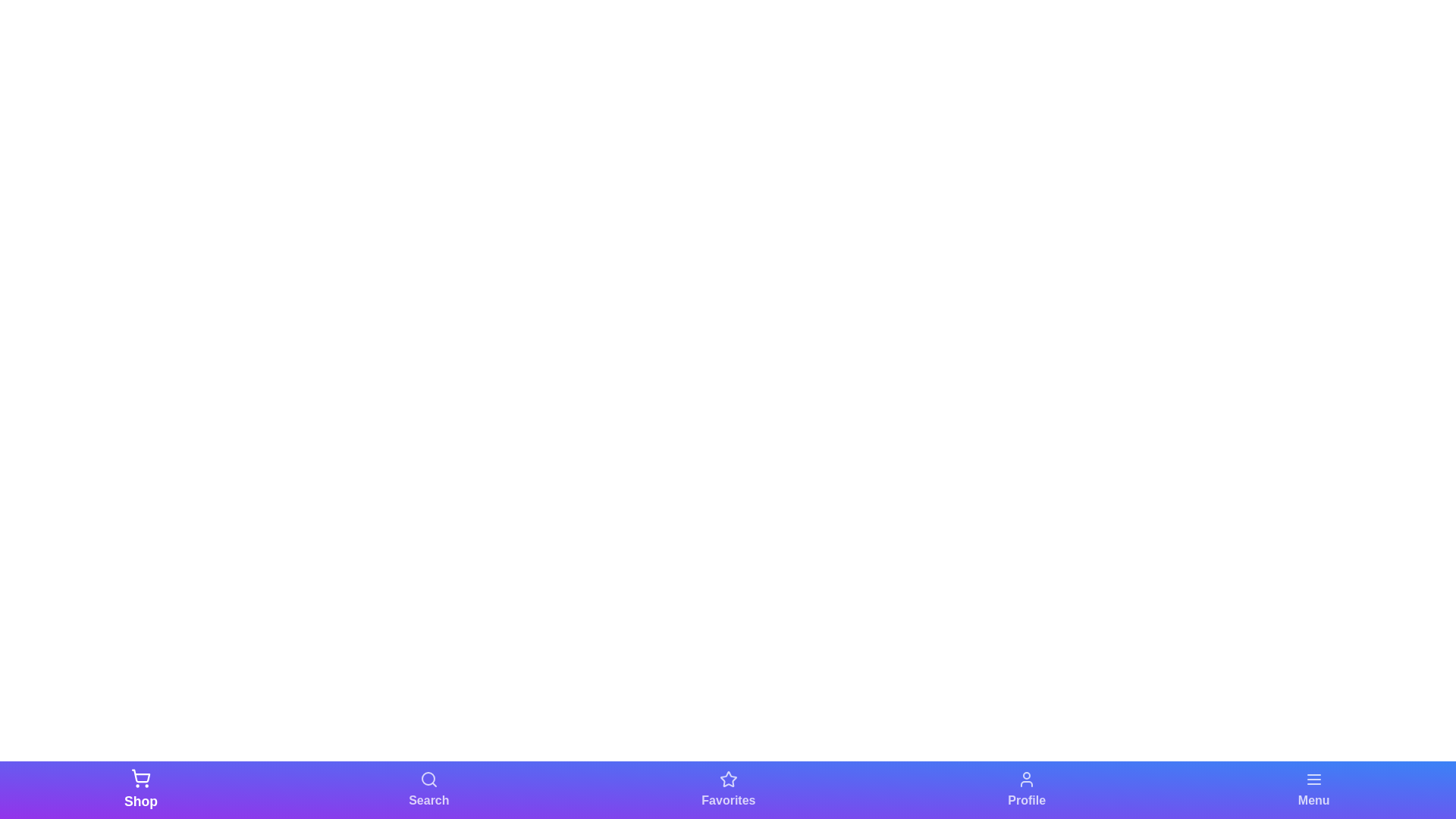 Image resolution: width=1456 pixels, height=819 pixels. I want to click on the navigation bar icon corresponding to Shop, so click(141, 789).